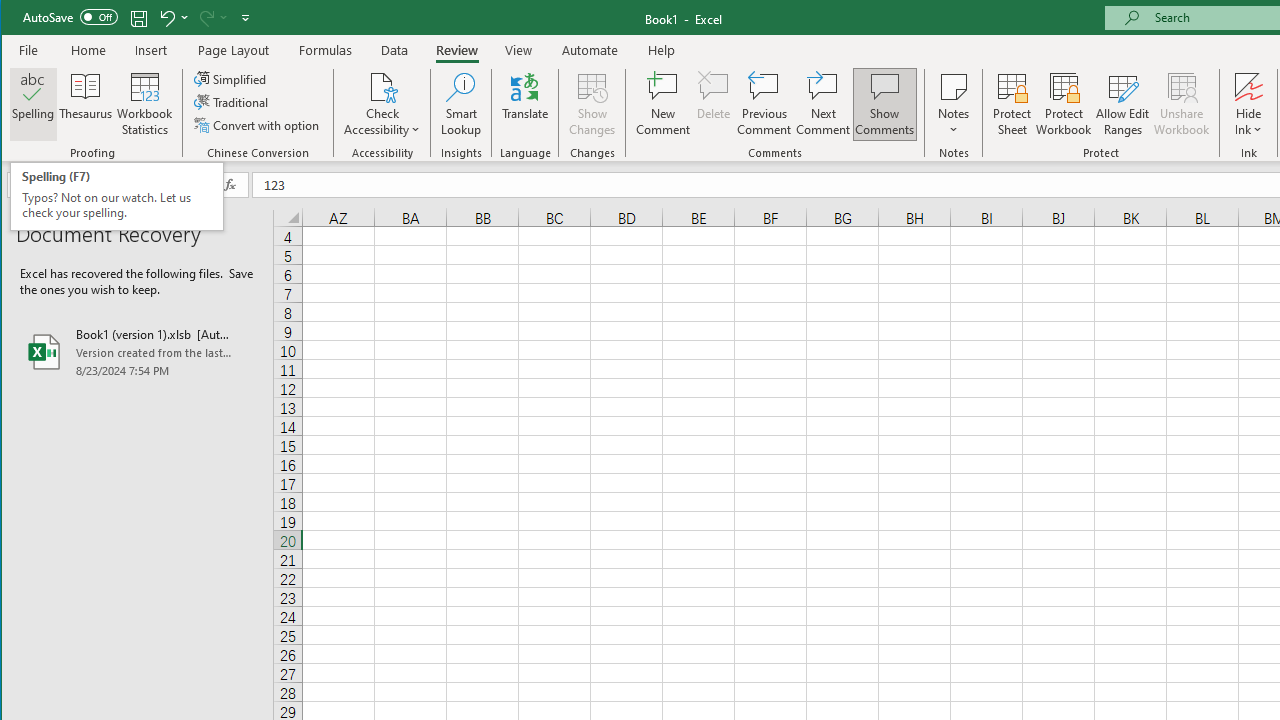 This screenshot has height=720, width=1280. I want to click on 'Protect Workbook...', so click(1063, 104).